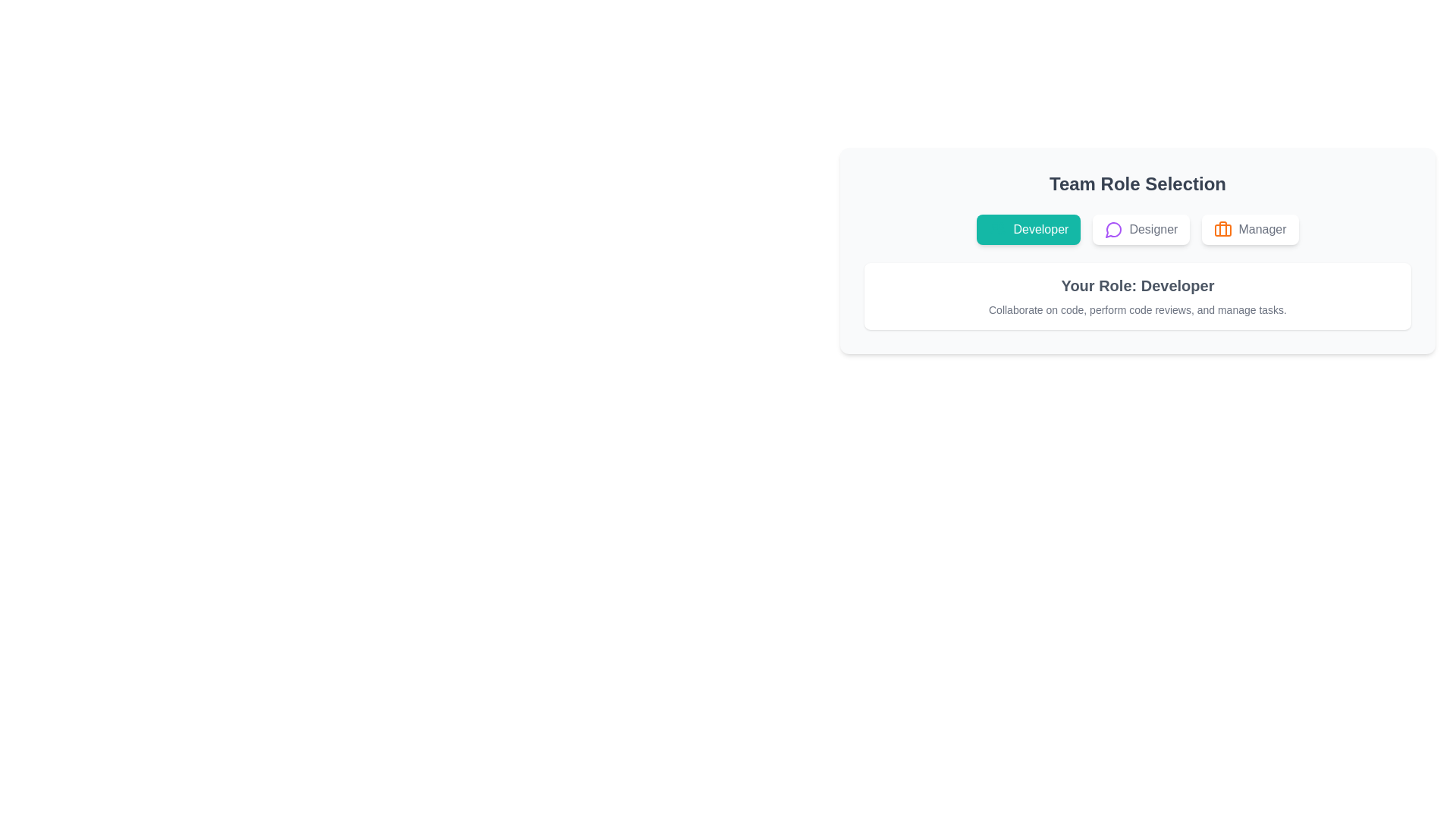 The image size is (1456, 819). I want to click on the 'Developer' interactive text with a teal icon, so click(1028, 230).